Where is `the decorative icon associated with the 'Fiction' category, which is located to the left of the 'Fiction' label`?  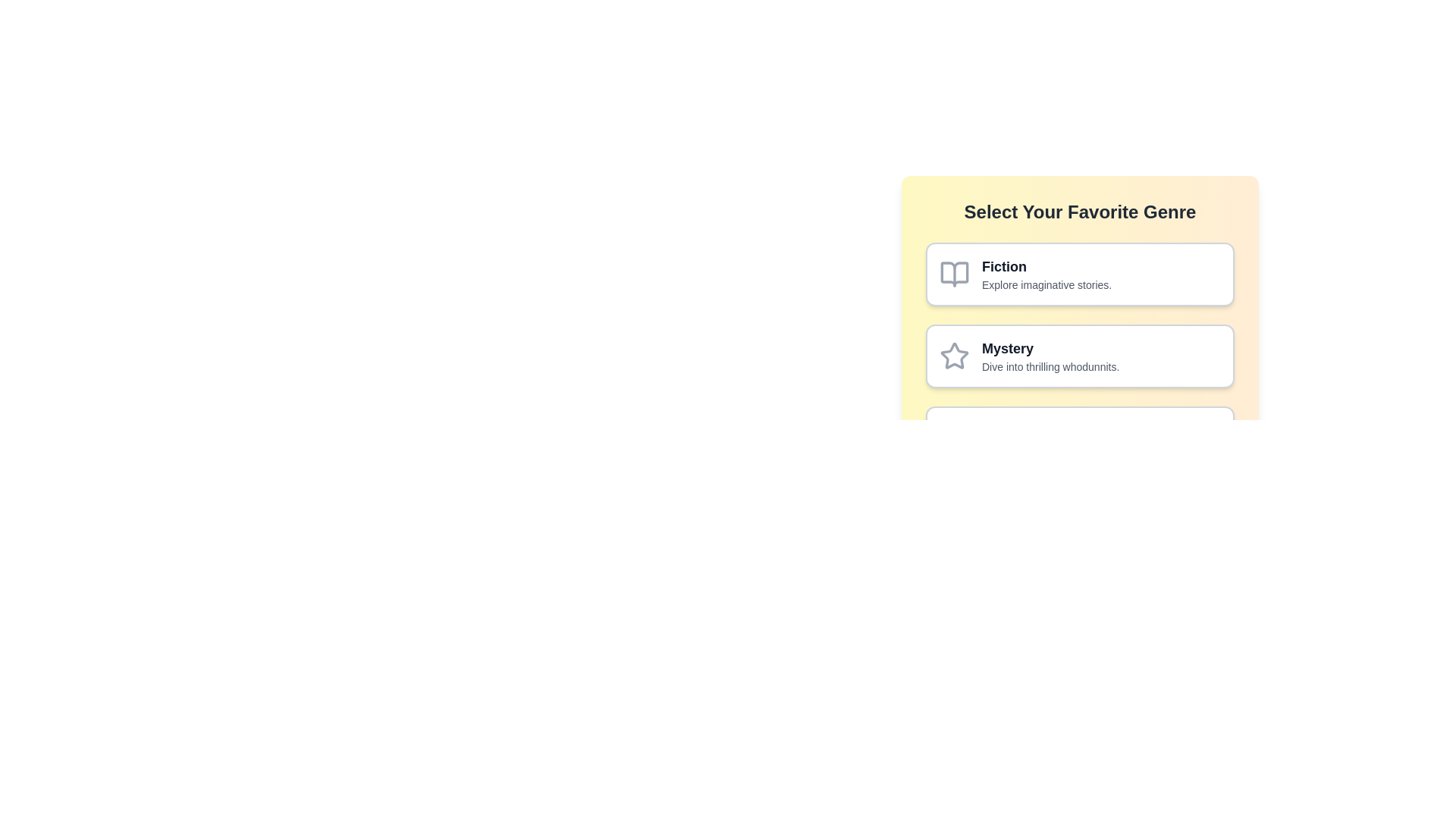
the decorative icon associated with the 'Fiction' category, which is located to the left of the 'Fiction' label is located at coordinates (953, 275).